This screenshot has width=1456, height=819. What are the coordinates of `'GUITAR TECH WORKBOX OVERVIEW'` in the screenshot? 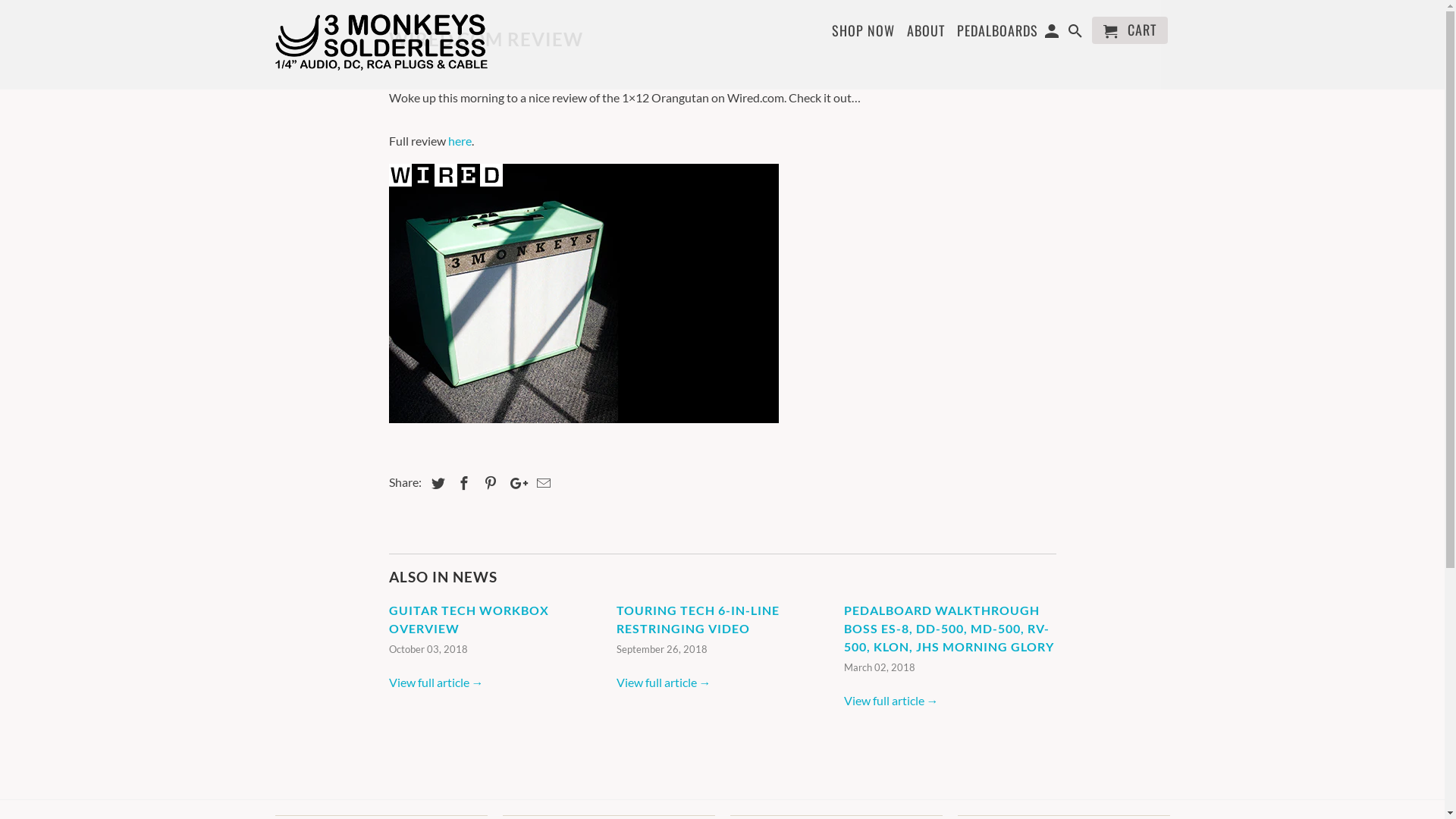 It's located at (467, 619).